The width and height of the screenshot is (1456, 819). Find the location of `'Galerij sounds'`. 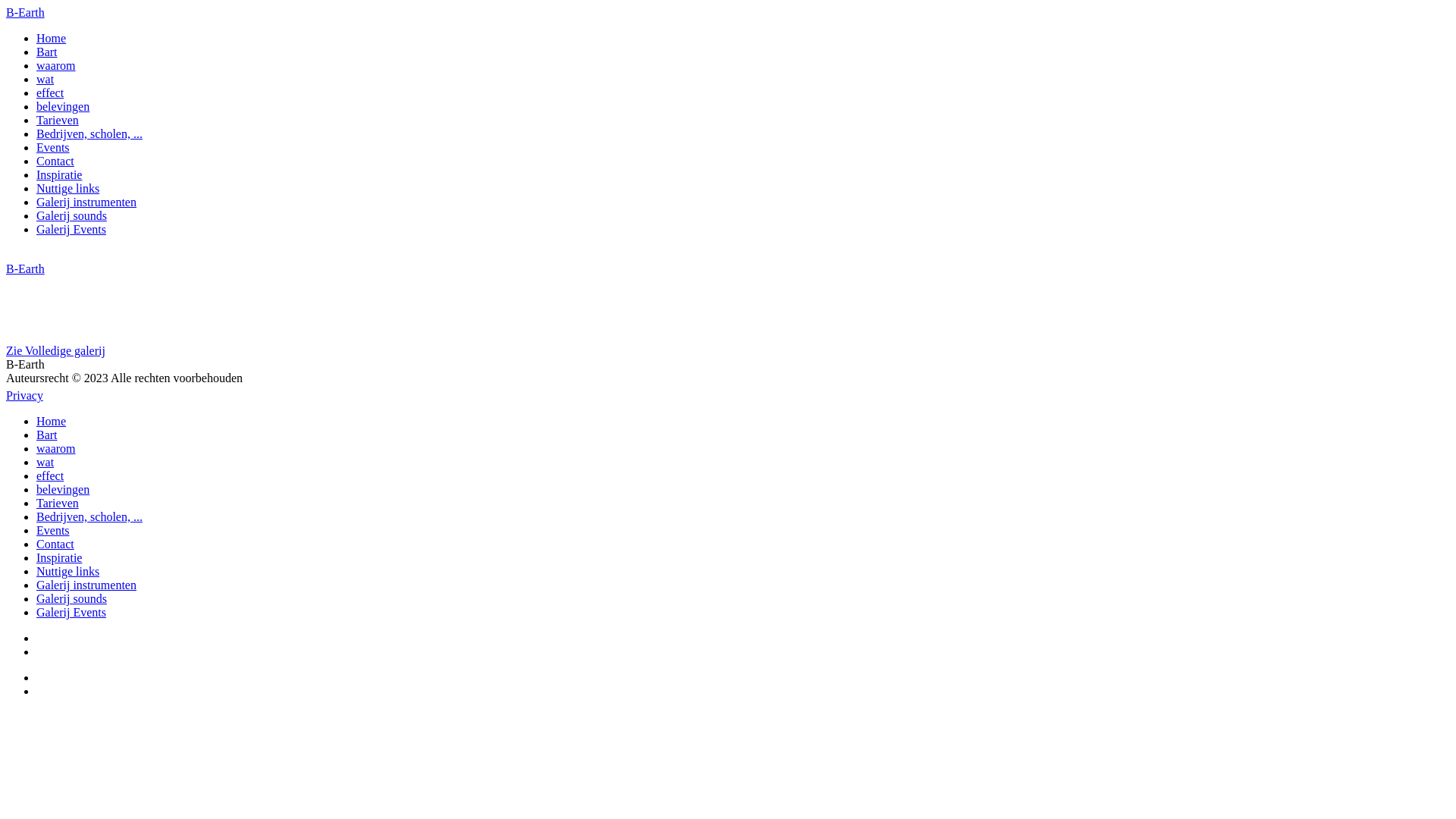

'Galerij sounds' is located at coordinates (71, 598).